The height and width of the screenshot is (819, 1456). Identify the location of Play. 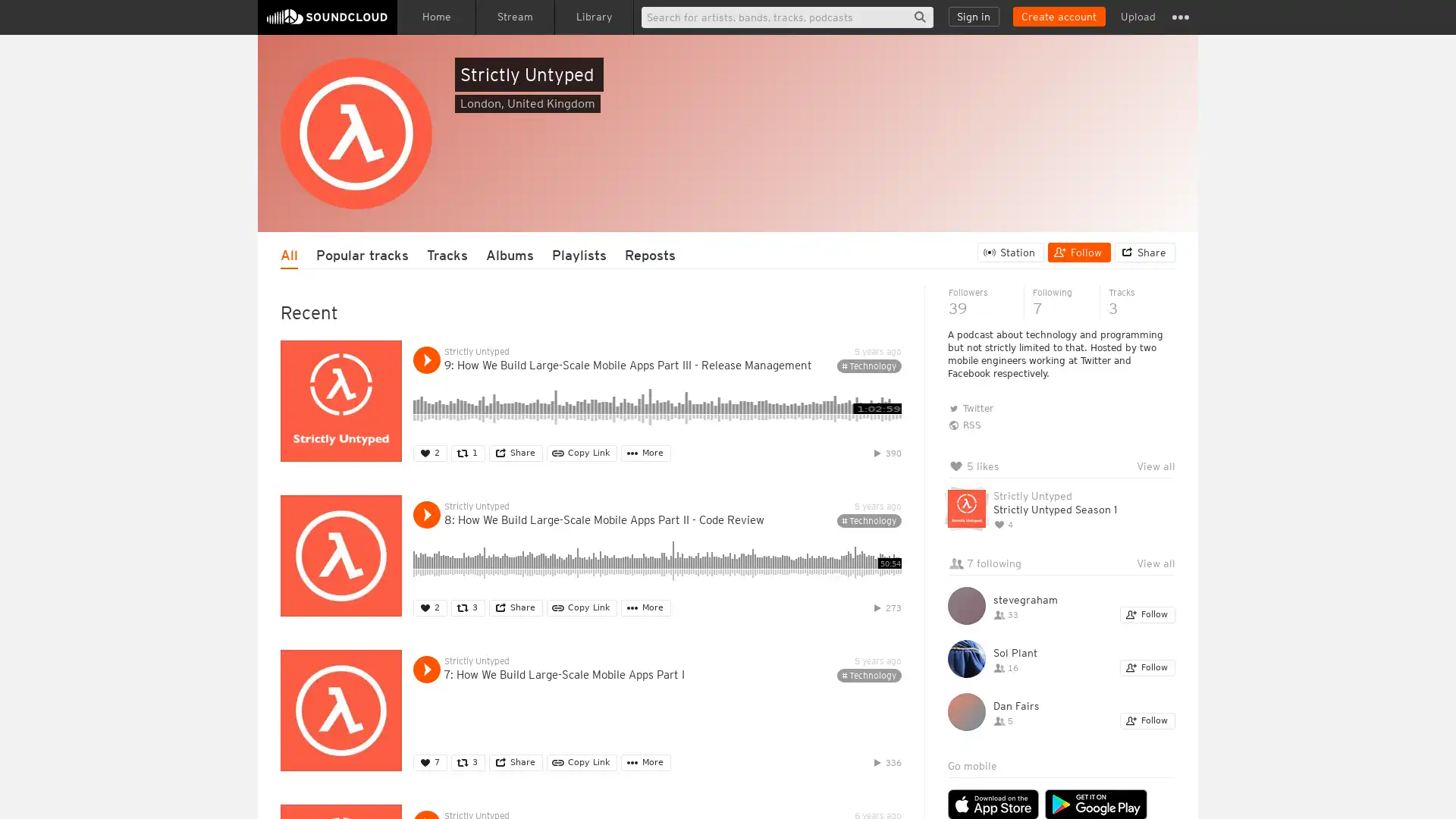
(425, 513).